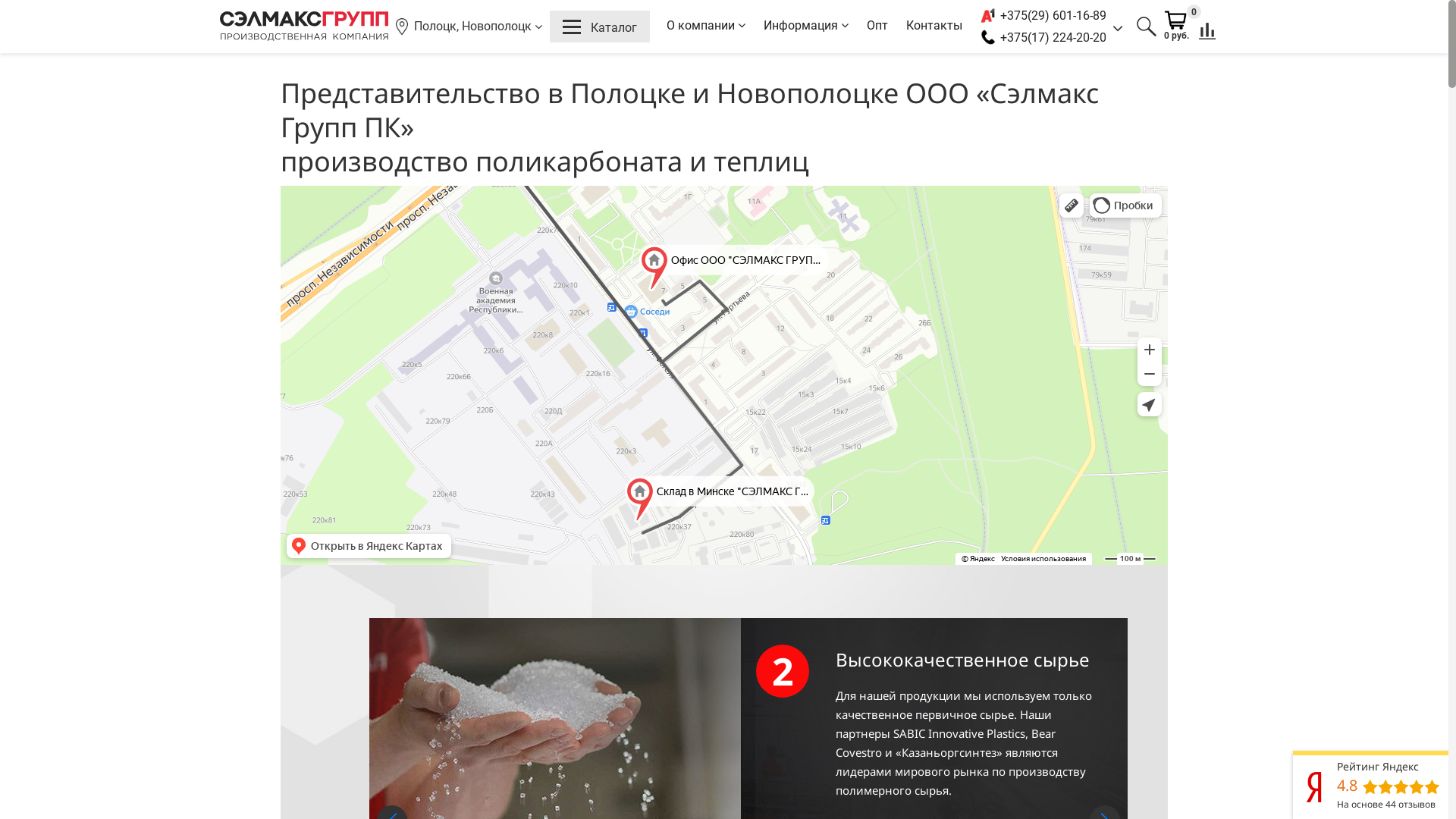 The width and height of the screenshot is (1456, 819). What do you see at coordinates (1000, 15) in the screenshot?
I see `'+375(29) 601-16-89'` at bounding box center [1000, 15].